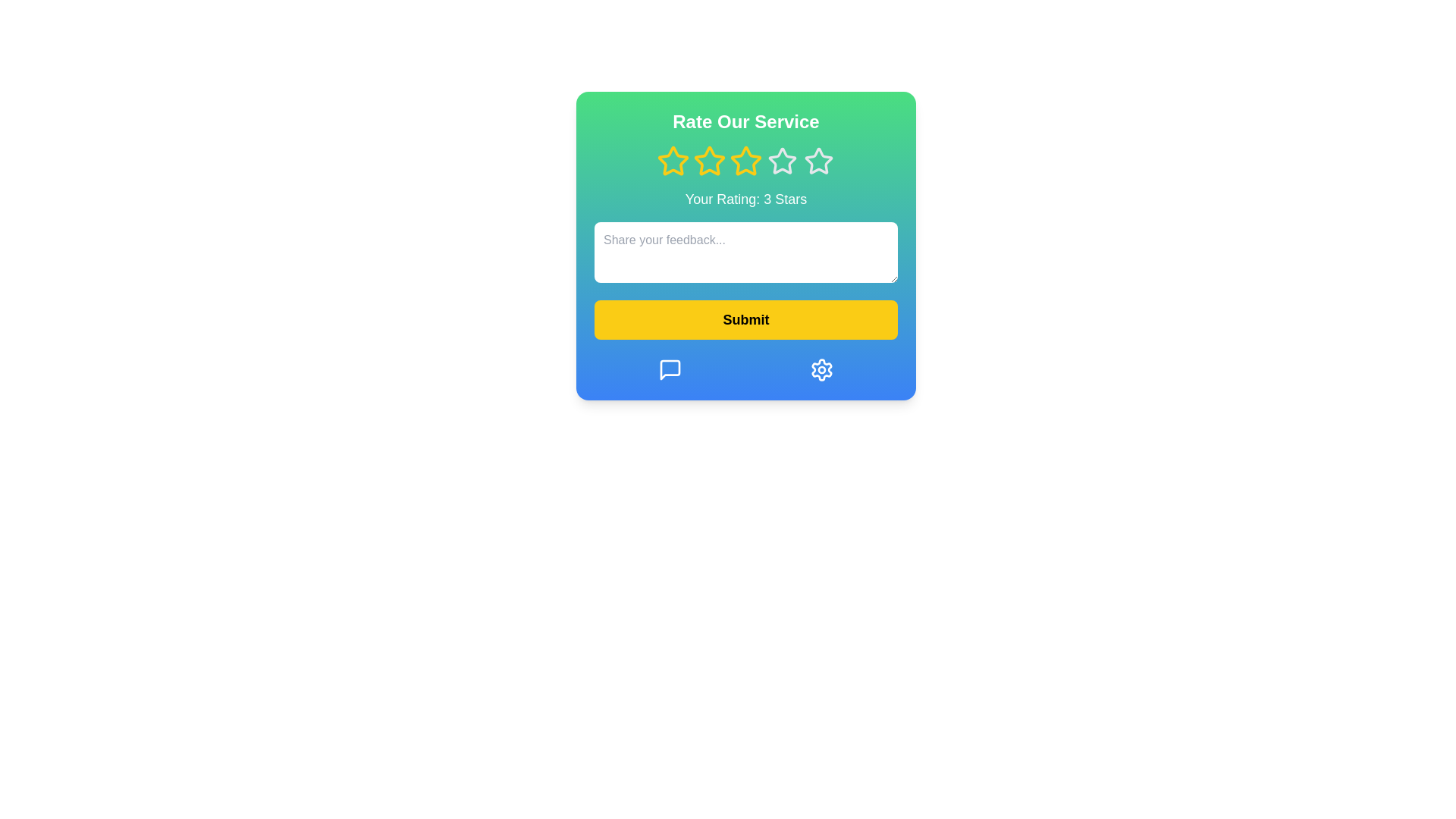  I want to click on the existing text in the rectangular text input box with the placeholder 'Share your feedback...' located beneath the star rating system, so click(745, 251).